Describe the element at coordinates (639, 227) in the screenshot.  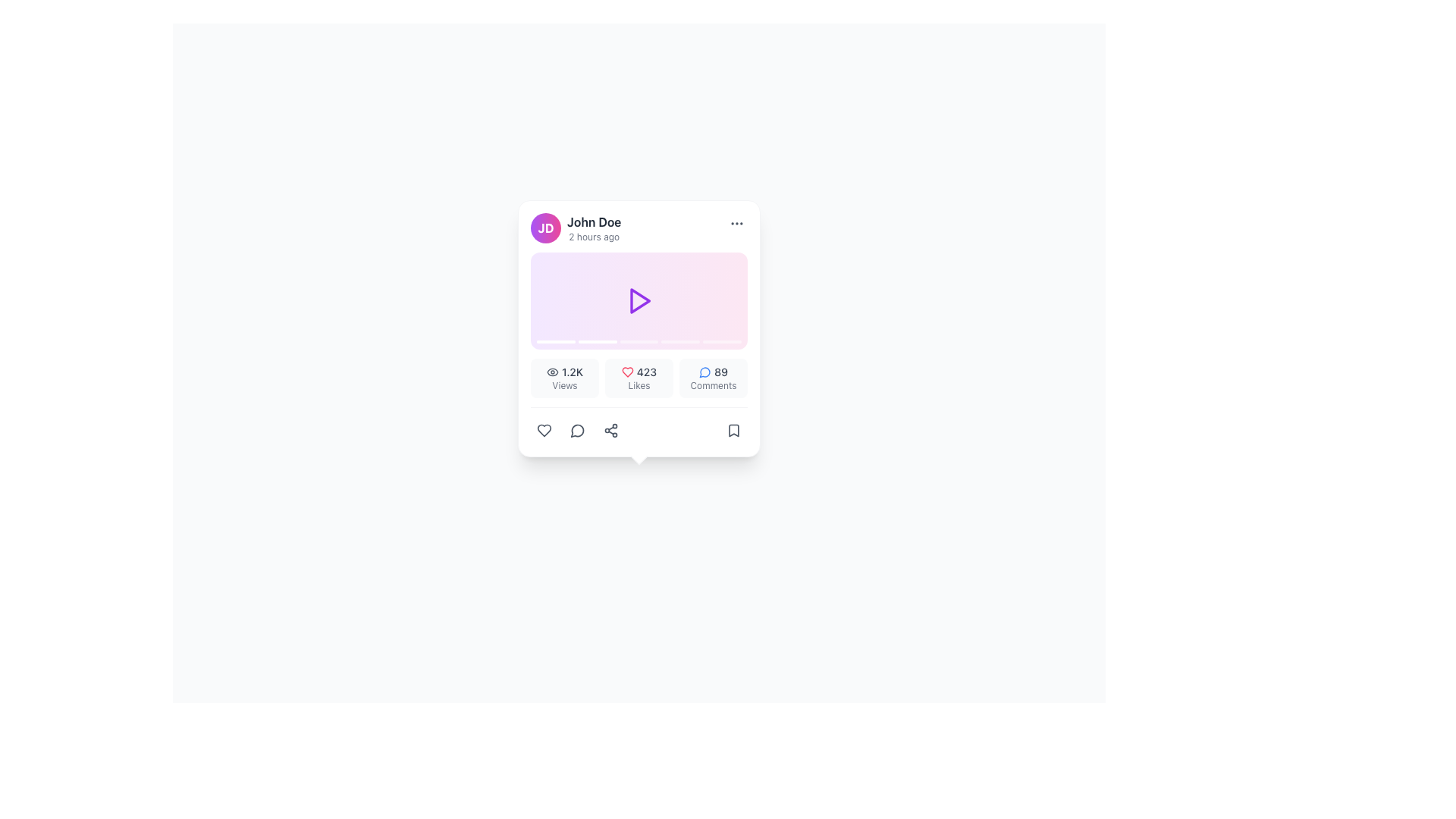
I see `the circular avatar in the Profile Information Display` at that location.